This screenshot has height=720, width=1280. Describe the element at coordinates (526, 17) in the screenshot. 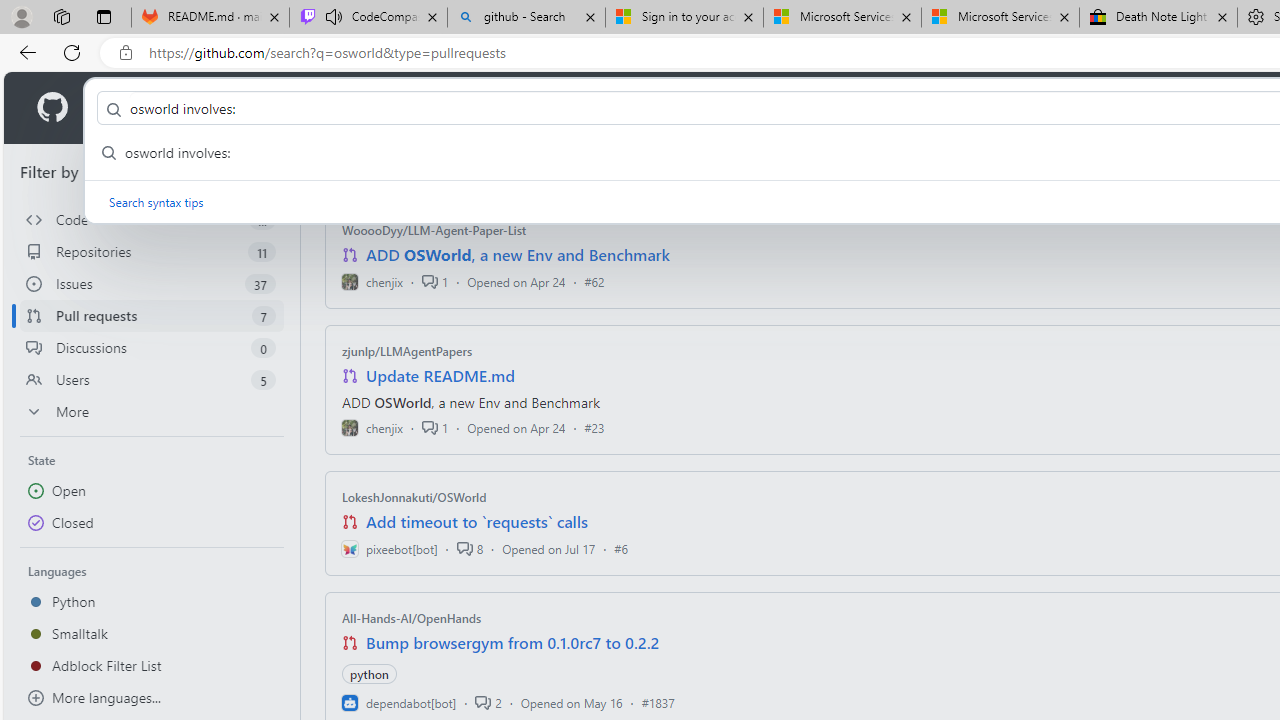

I see `'github - Search'` at that location.